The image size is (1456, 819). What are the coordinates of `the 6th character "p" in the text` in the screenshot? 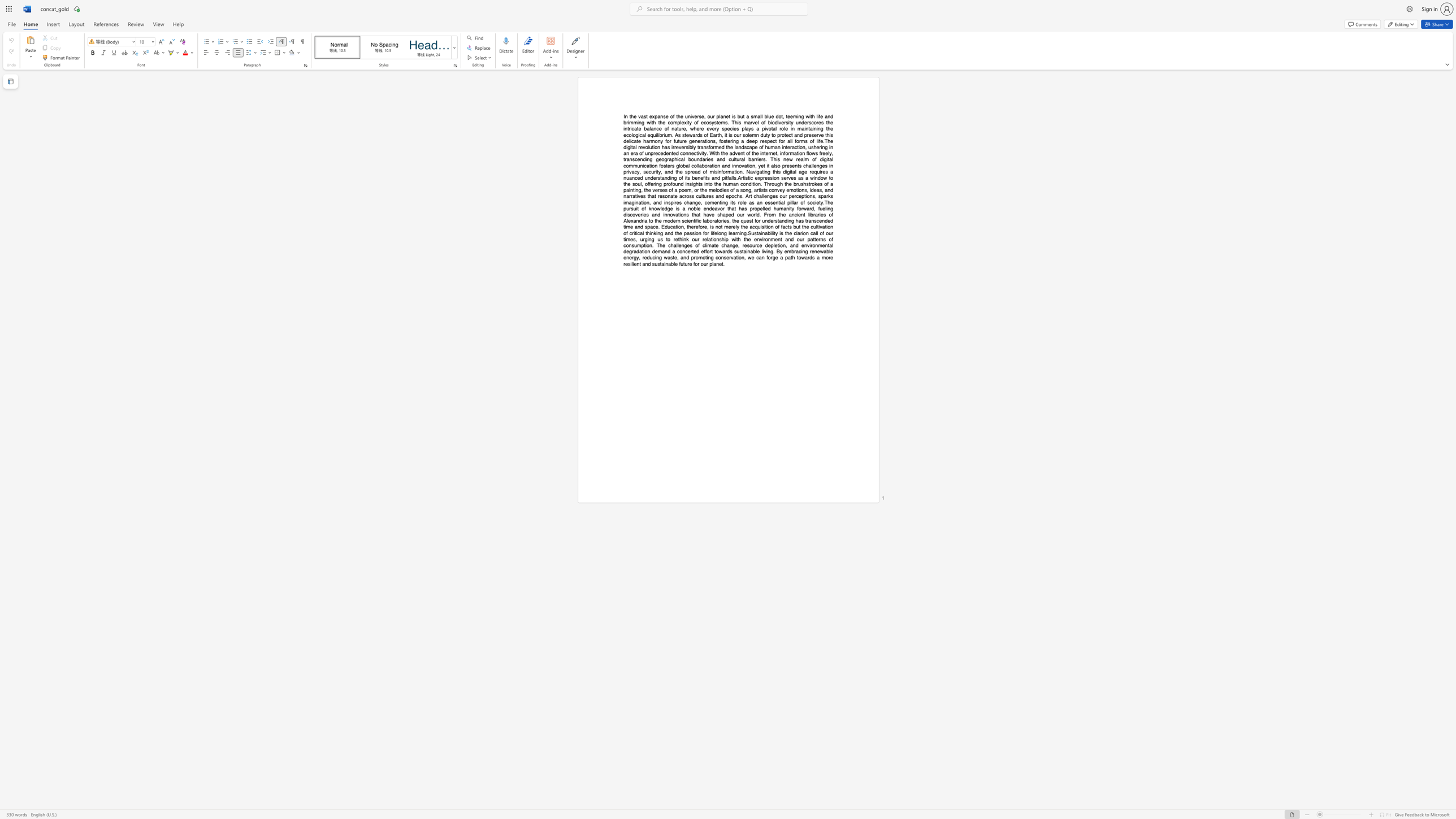 It's located at (790, 196).